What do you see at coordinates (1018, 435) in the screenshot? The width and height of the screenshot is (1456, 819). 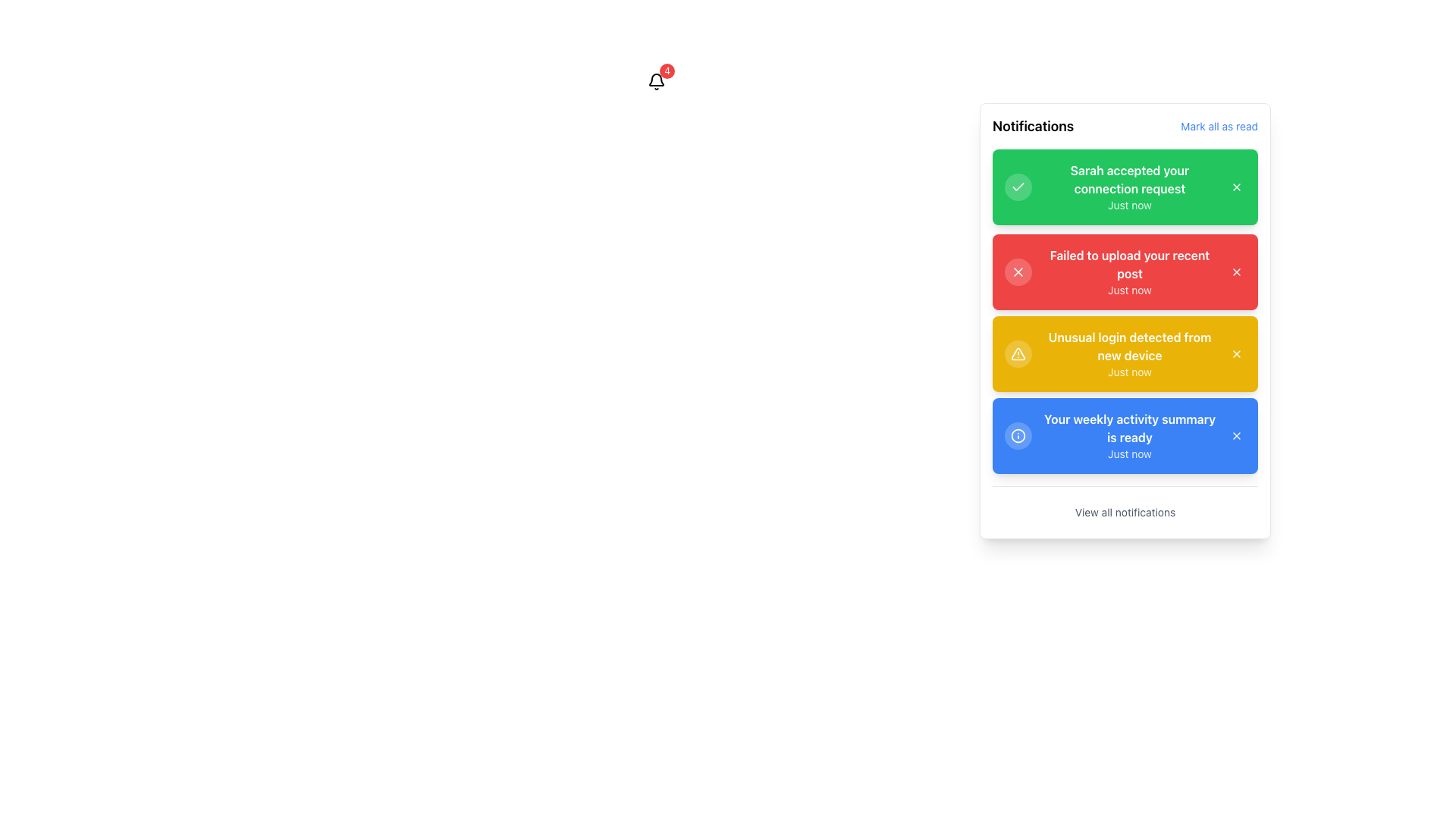 I see `the Icon indicator located in the left-middle section of the blue notification card titled 'Your weekly activity summary is ready'` at bounding box center [1018, 435].